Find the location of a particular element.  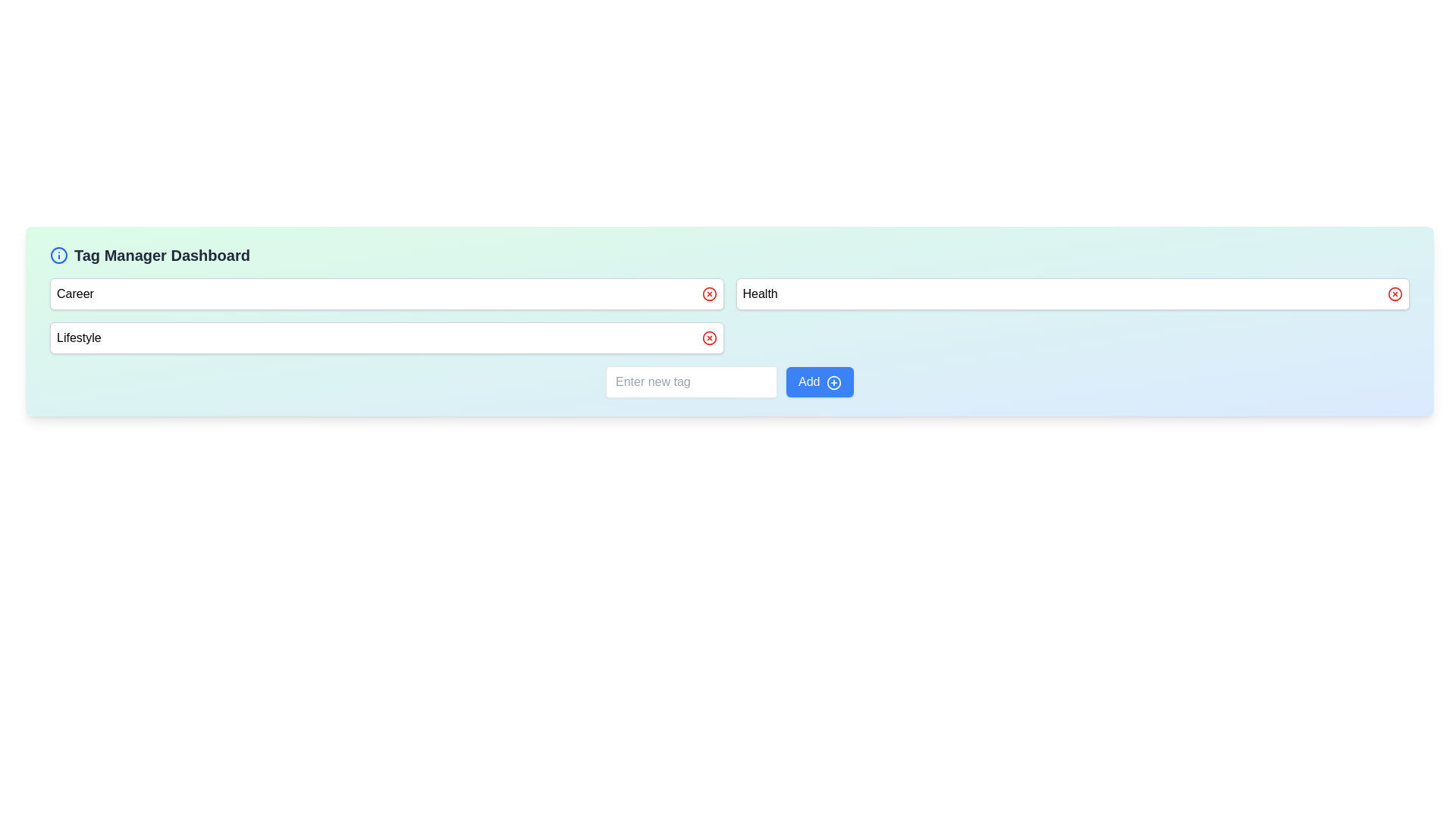

the information icon located on the leftmost side of the header bar, adjacent to the 'Tag Manager Dashboard' text is located at coordinates (58, 254).